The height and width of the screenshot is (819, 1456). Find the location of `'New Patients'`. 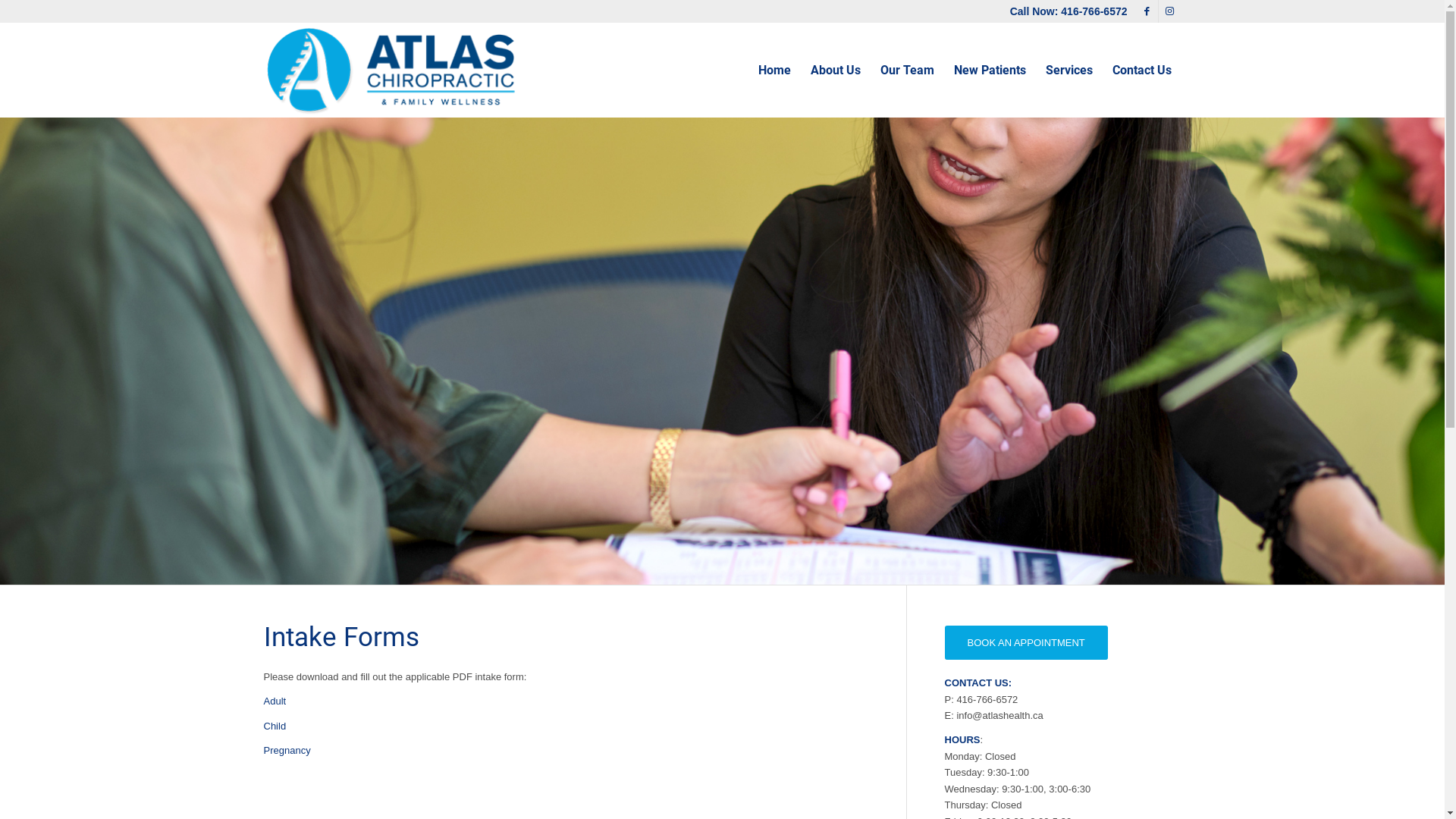

'New Patients' is located at coordinates (942, 70).